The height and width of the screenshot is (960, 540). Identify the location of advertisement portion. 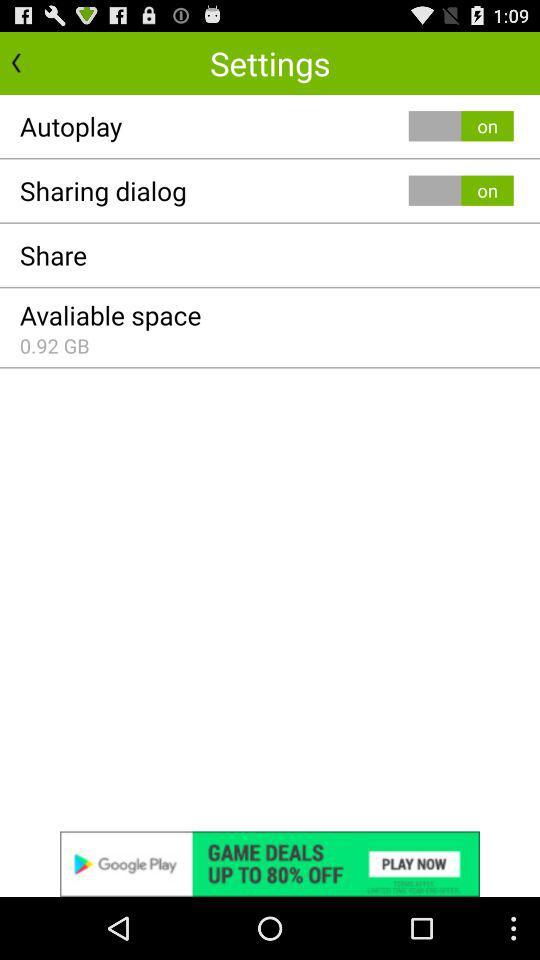
(270, 863).